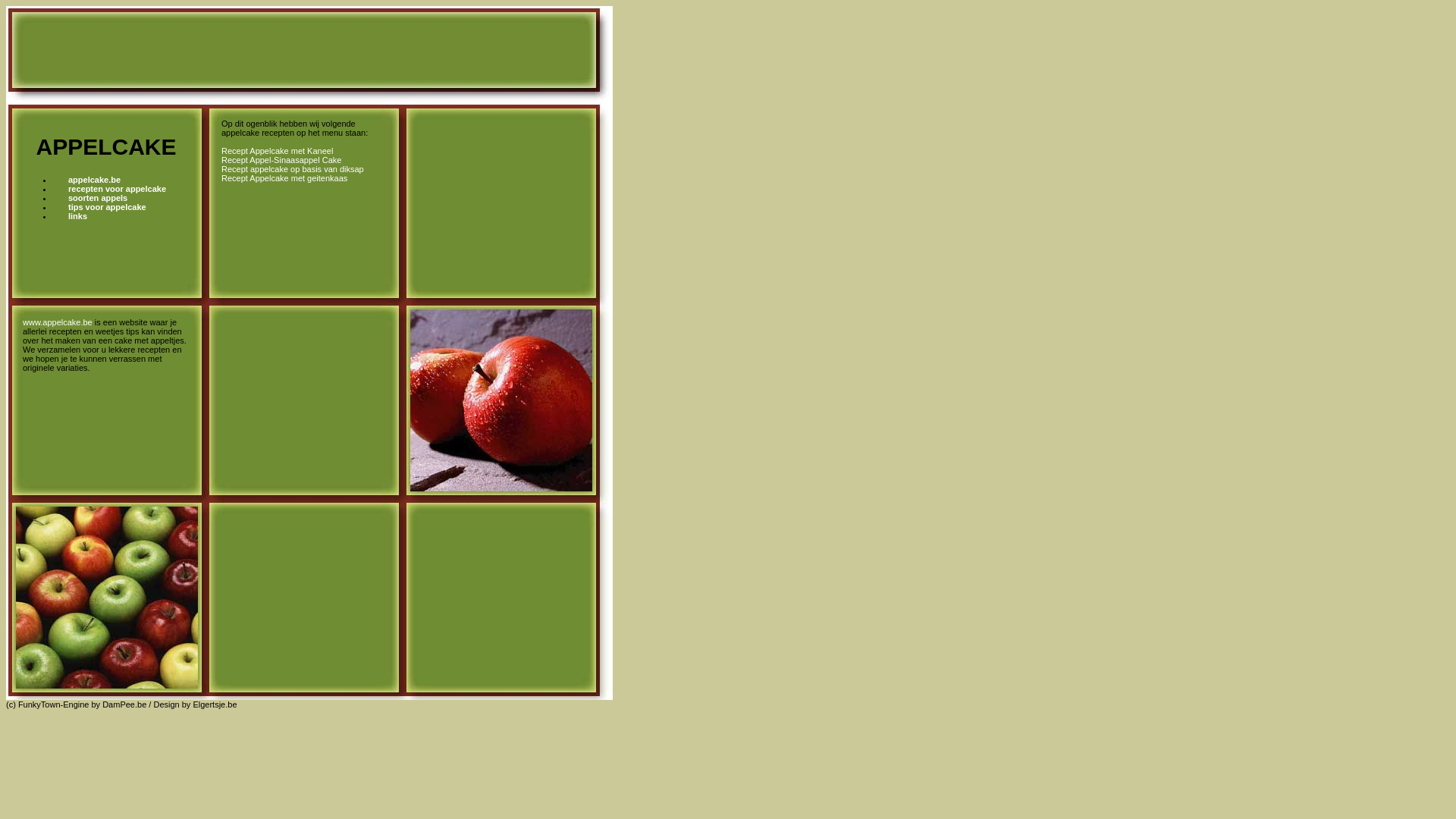  Describe the element at coordinates (93, 178) in the screenshot. I see `'appelcake.be'` at that location.